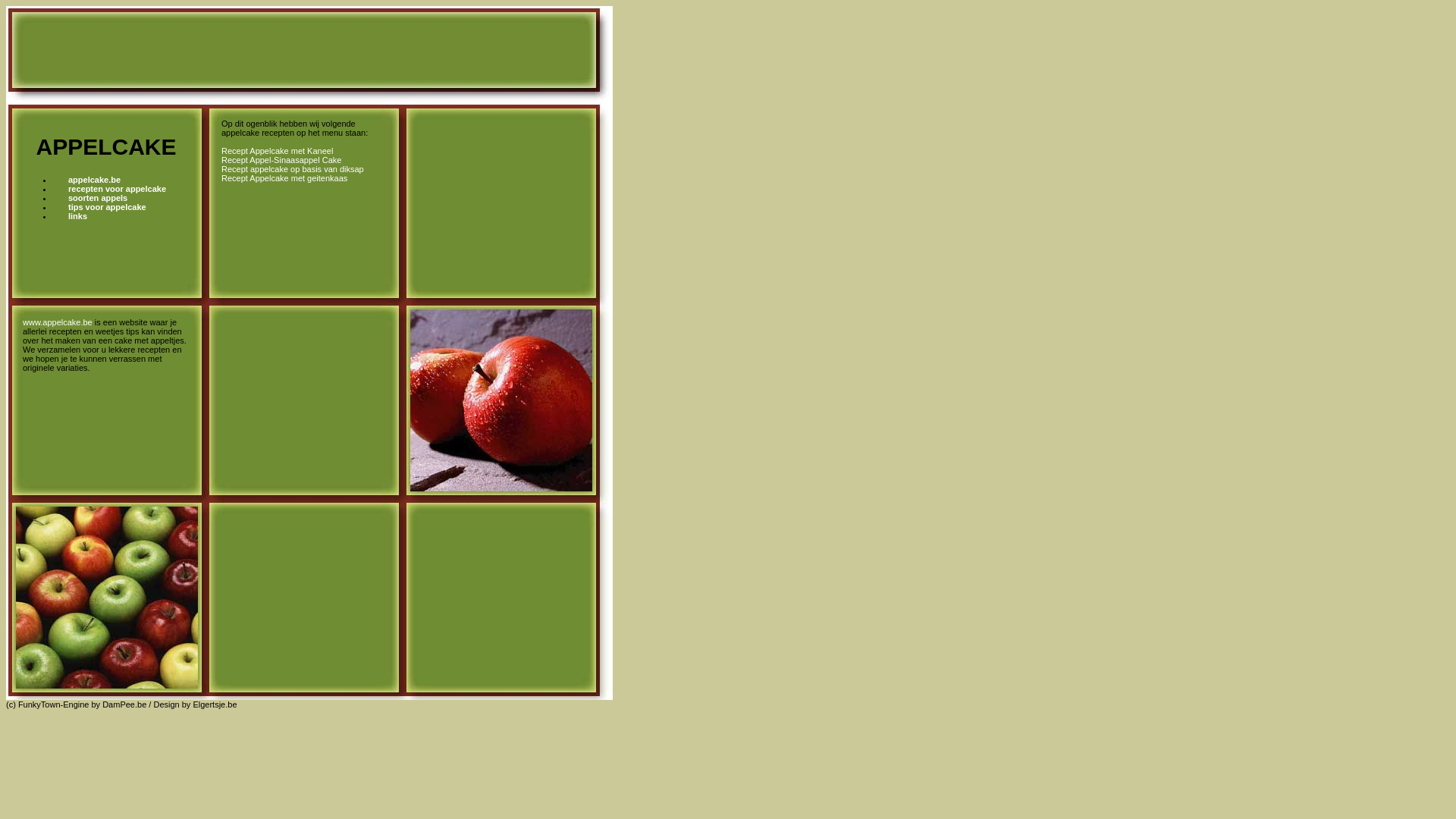  Describe the element at coordinates (93, 178) in the screenshot. I see `'appelcake.be'` at that location.